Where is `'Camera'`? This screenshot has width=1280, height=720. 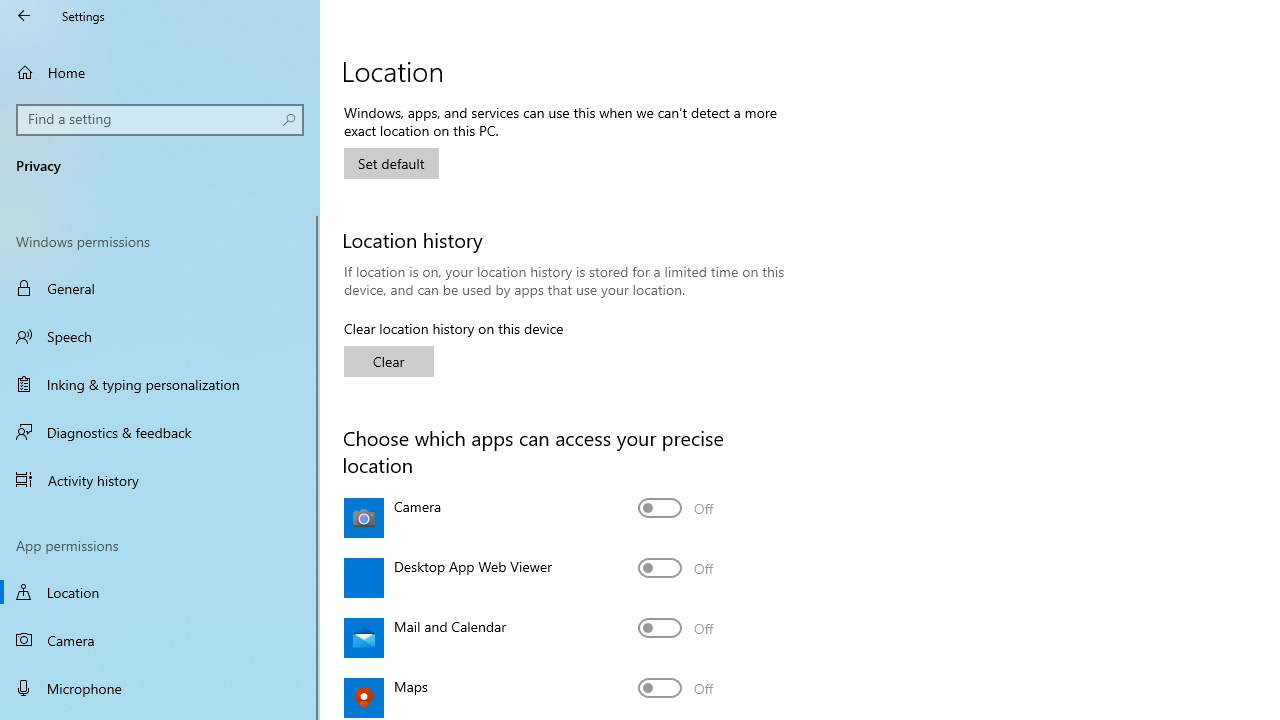
'Camera' is located at coordinates (675, 506).